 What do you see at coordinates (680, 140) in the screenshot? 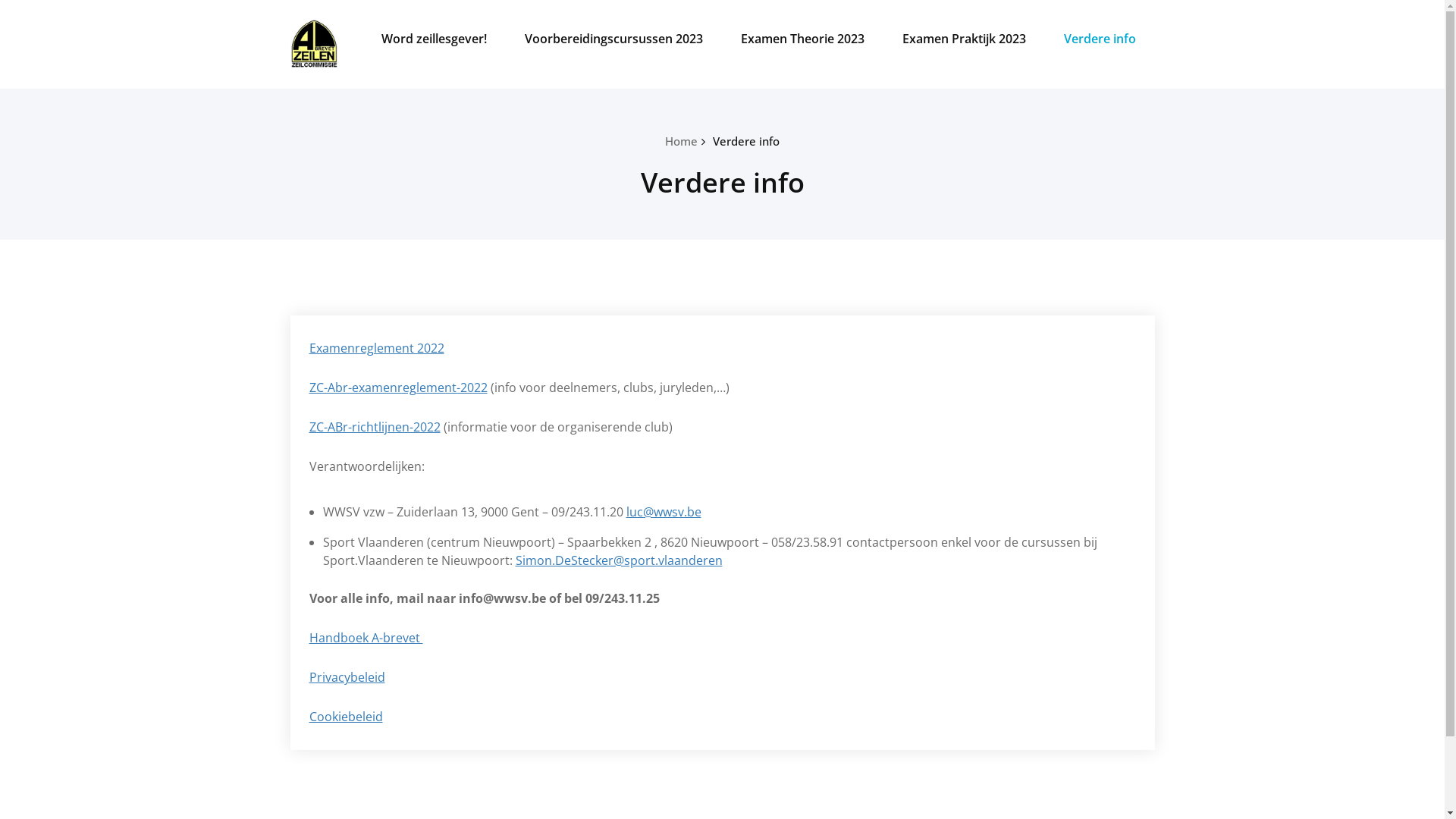
I see `'Home'` at bounding box center [680, 140].